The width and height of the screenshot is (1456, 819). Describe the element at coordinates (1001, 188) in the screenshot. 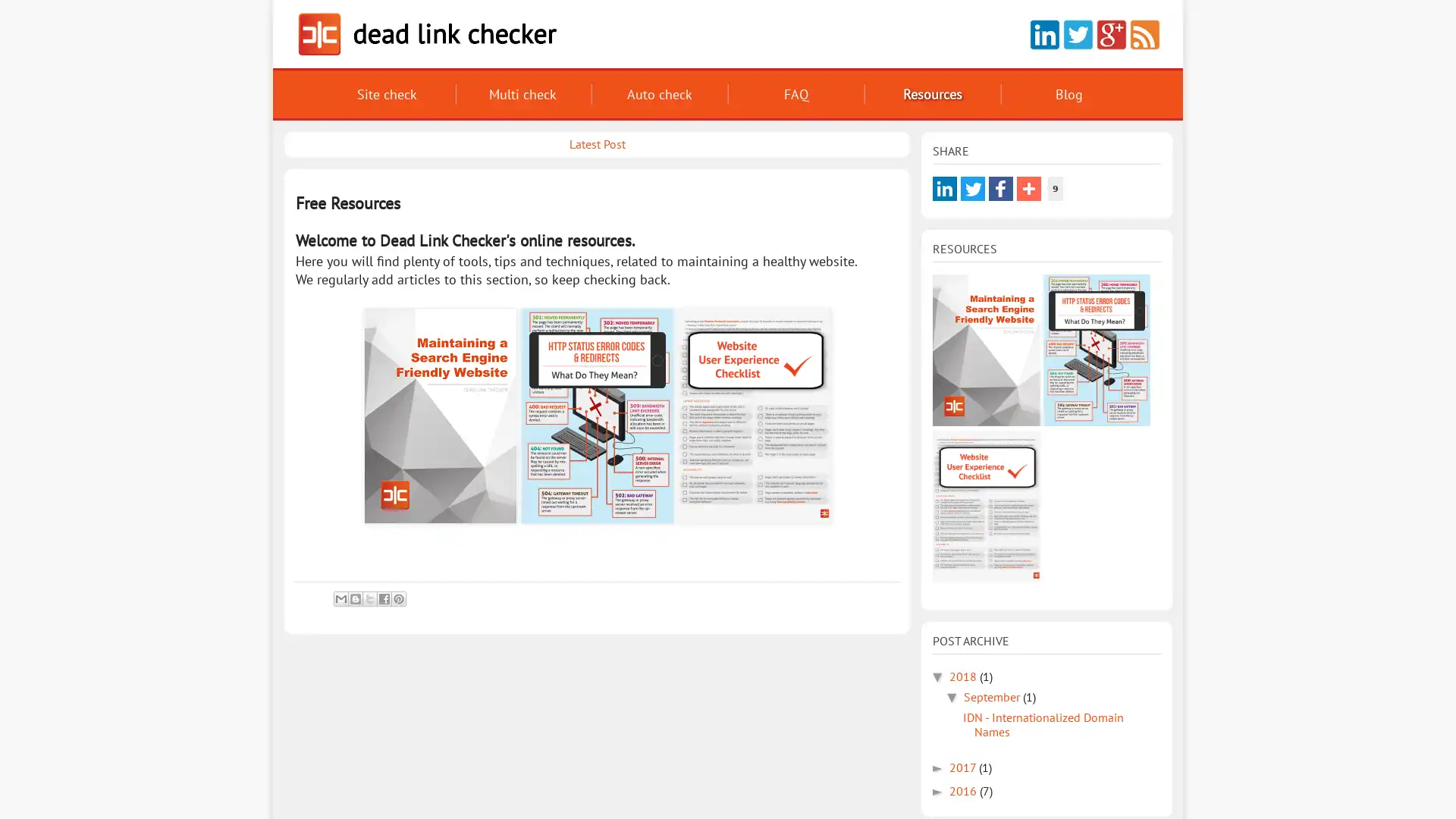

I see `Share to Facebook` at that location.